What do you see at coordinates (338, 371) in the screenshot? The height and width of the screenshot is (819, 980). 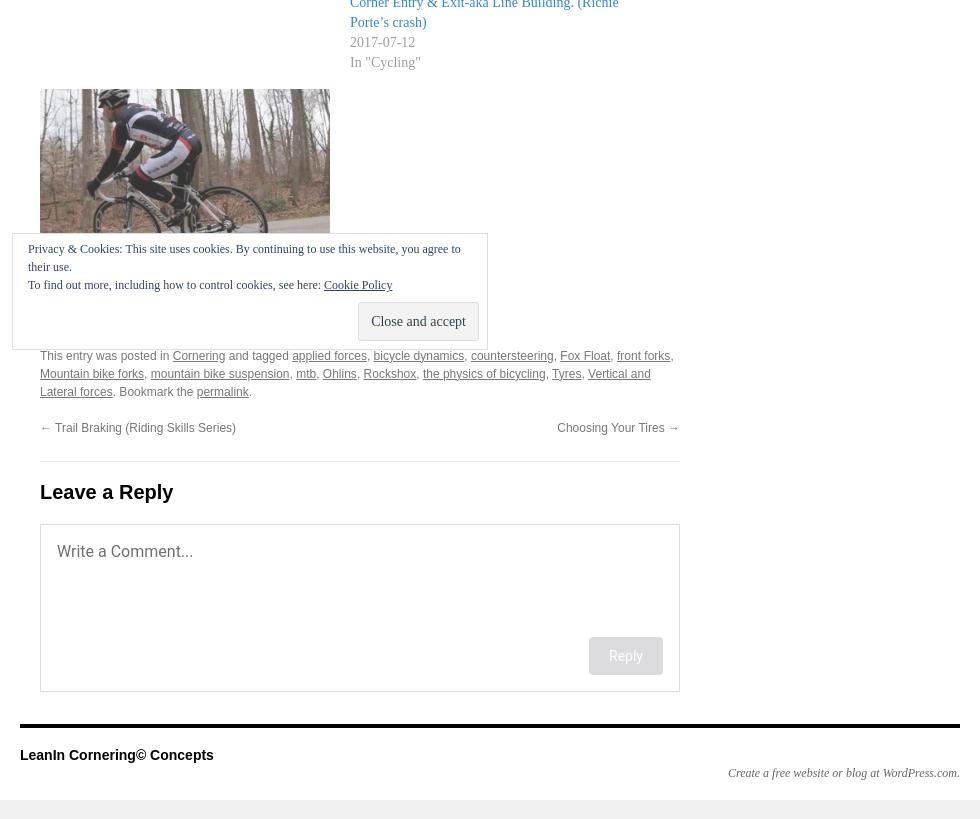 I see `'Ohlins'` at bounding box center [338, 371].